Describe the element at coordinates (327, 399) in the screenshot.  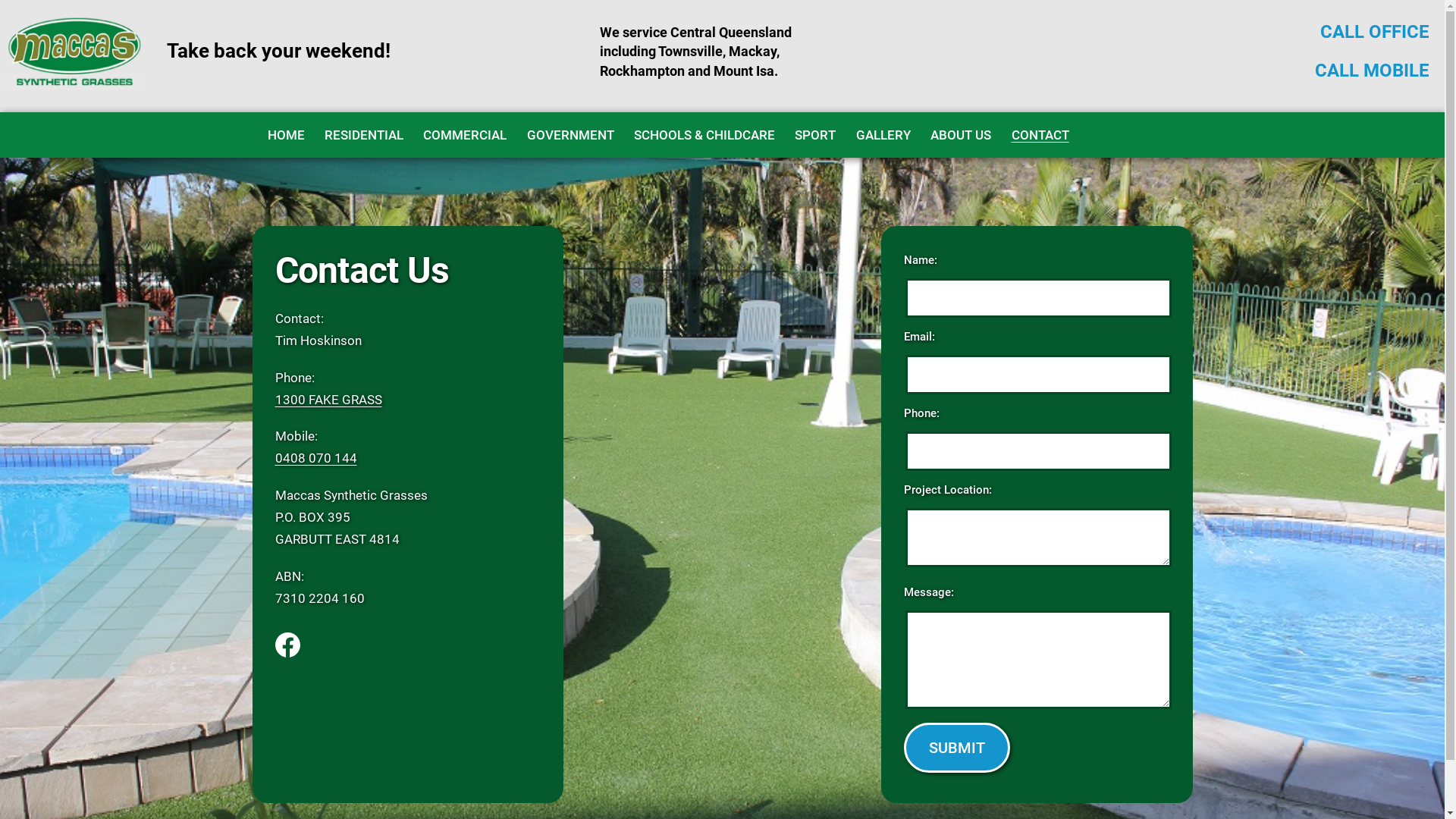
I see `'1300 FAKE GRASS'` at that location.